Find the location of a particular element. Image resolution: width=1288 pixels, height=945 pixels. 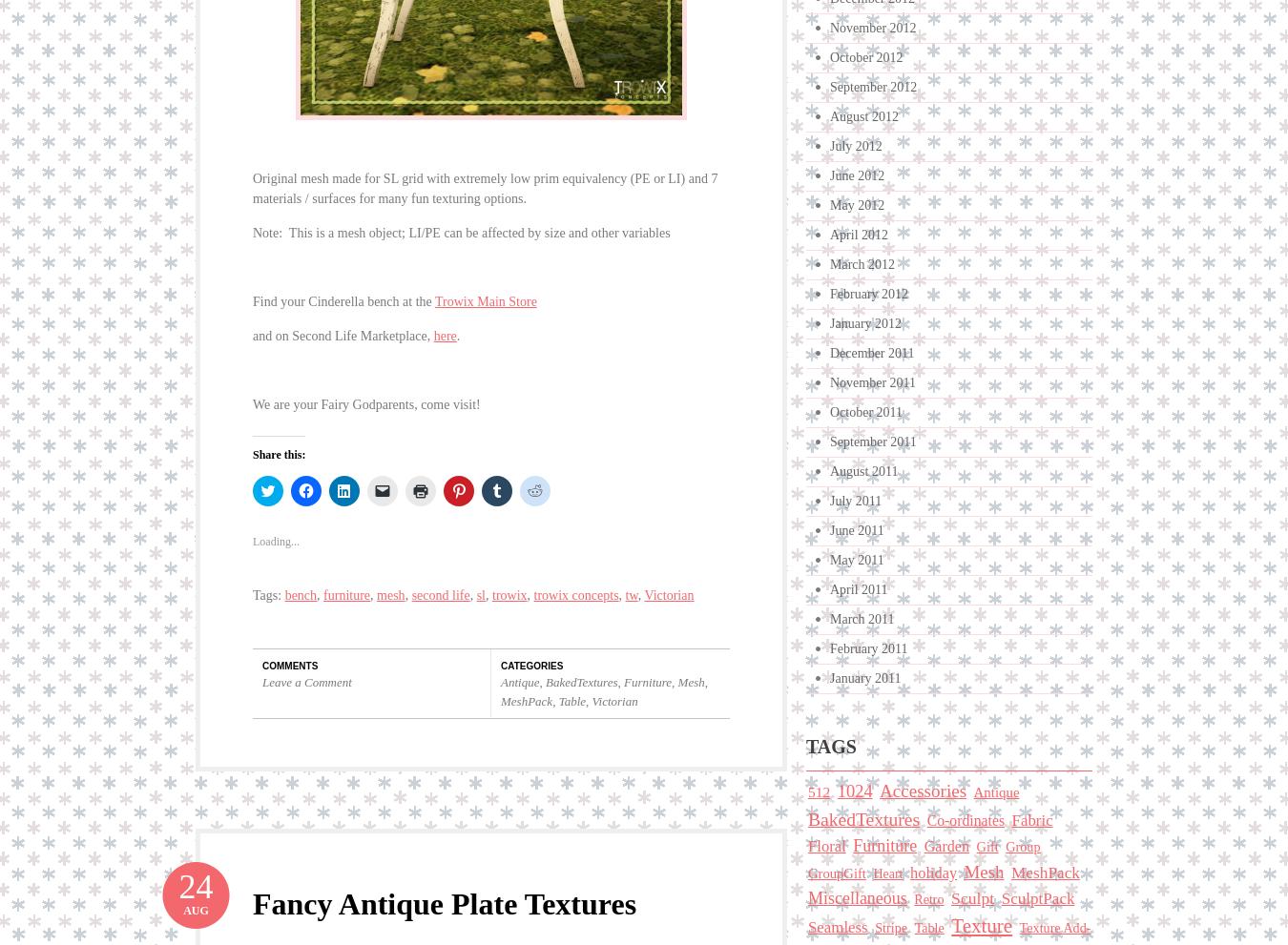

'April 2011' is located at coordinates (859, 589).